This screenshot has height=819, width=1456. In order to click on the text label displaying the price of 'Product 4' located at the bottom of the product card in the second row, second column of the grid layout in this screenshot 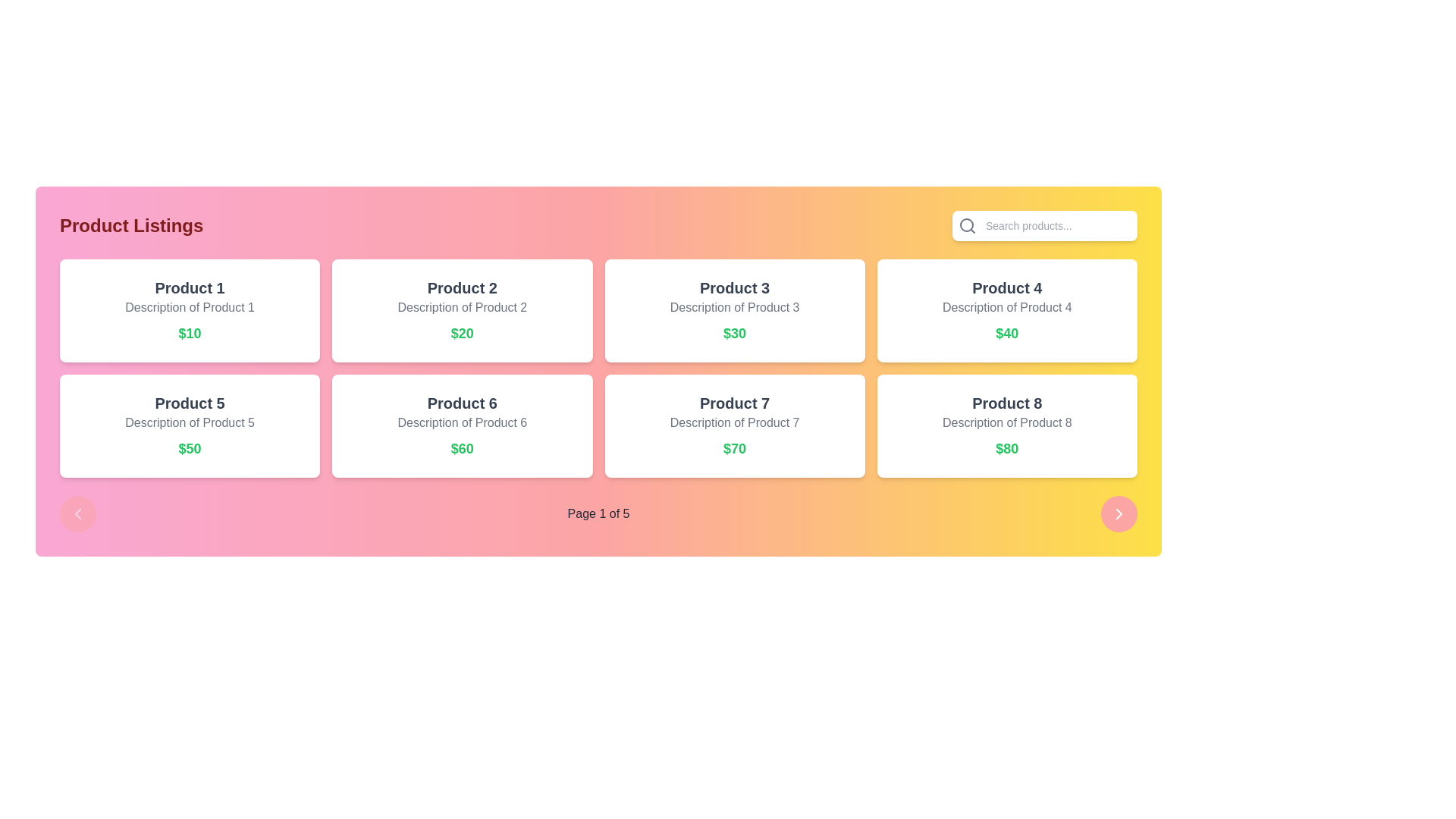, I will do `click(1007, 332)`.